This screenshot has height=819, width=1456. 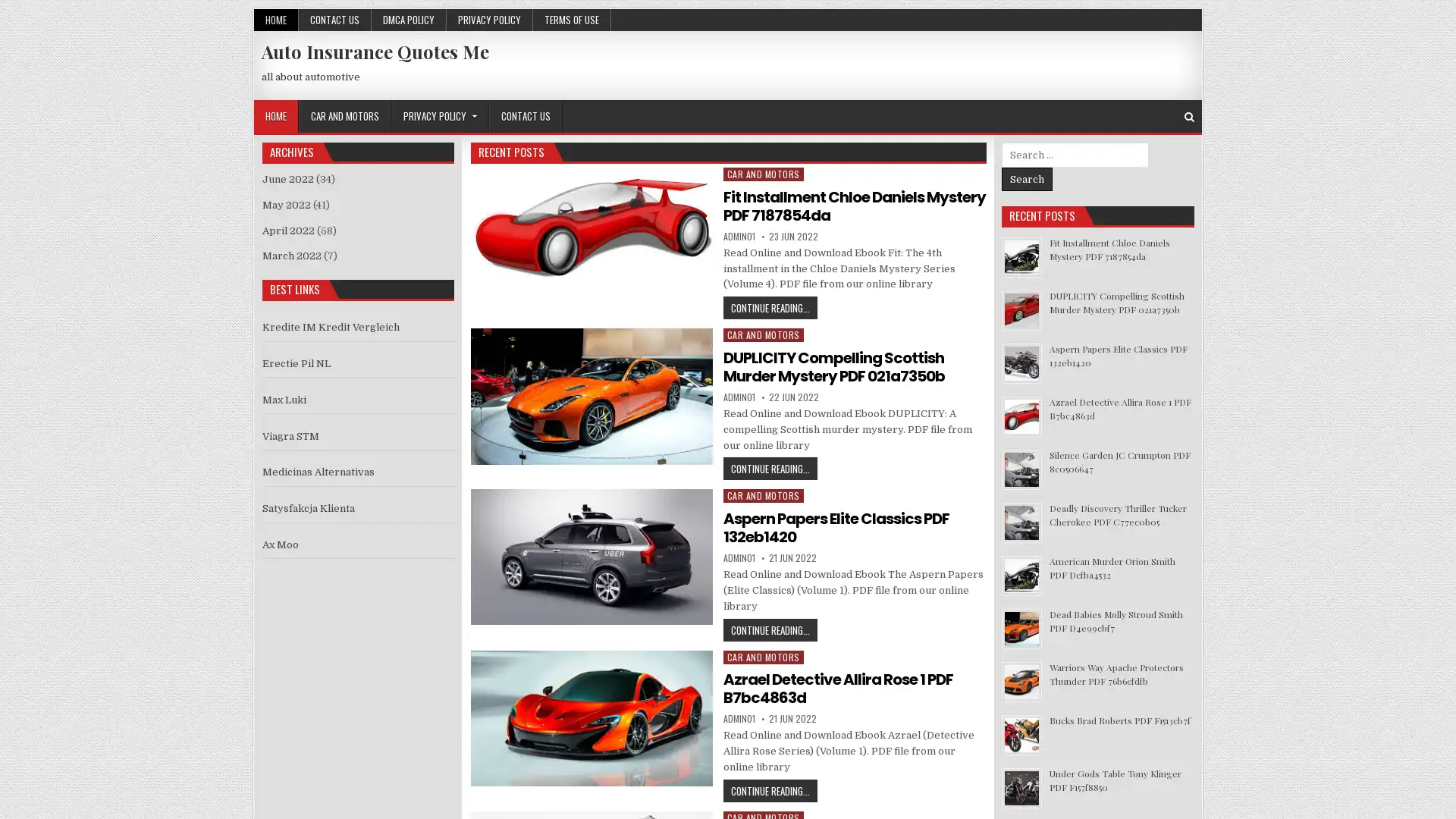 I want to click on Search, so click(x=1027, y=178).